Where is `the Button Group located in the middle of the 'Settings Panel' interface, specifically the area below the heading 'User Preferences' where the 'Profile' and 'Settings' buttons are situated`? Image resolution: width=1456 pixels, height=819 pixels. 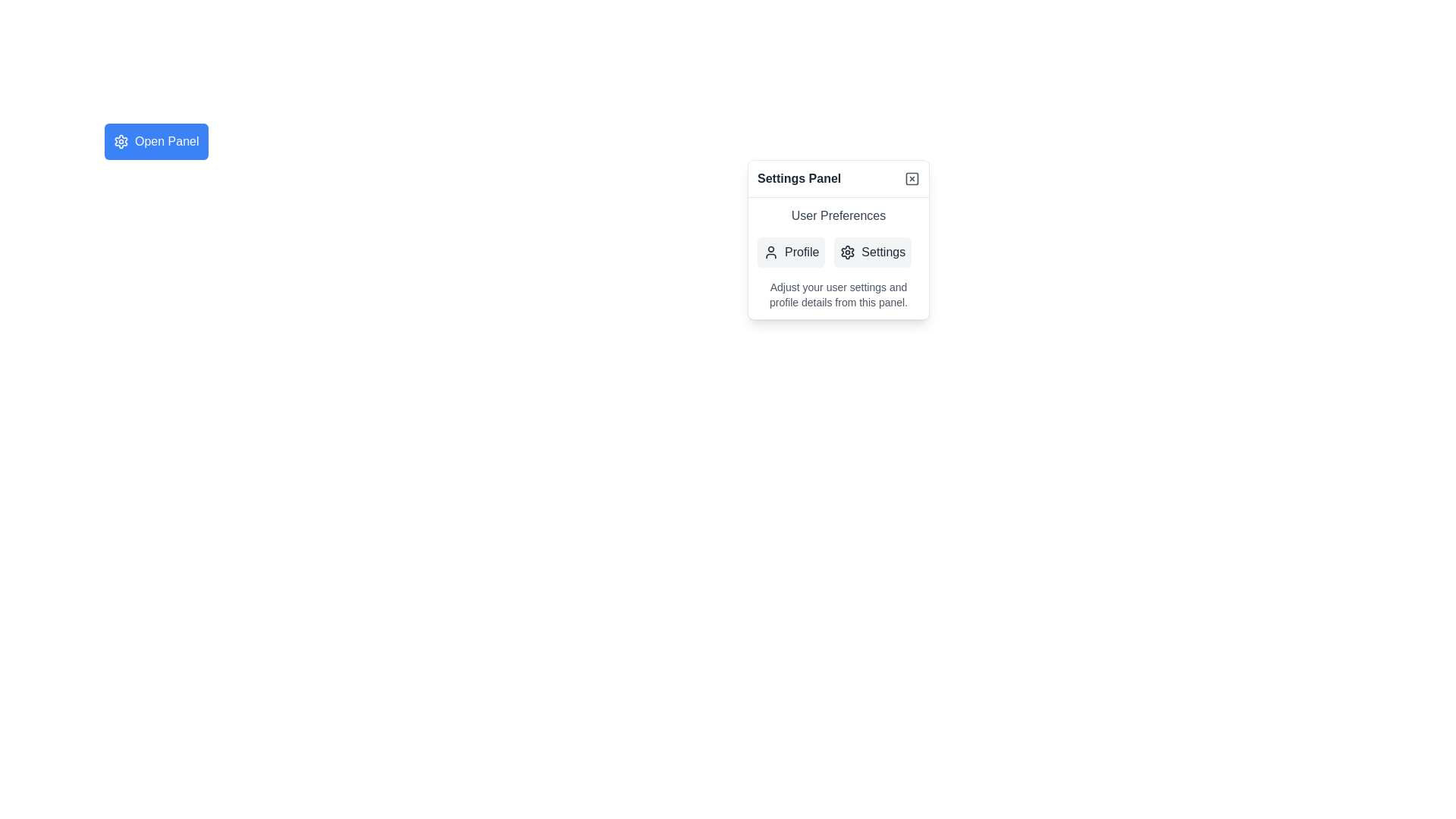
the Button Group located in the middle of the 'Settings Panel' interface, specifically the area below the heading 'User Preferences' where the 'Profile' and 'Settings' buttons are situated is located at coordinates (837, 251).